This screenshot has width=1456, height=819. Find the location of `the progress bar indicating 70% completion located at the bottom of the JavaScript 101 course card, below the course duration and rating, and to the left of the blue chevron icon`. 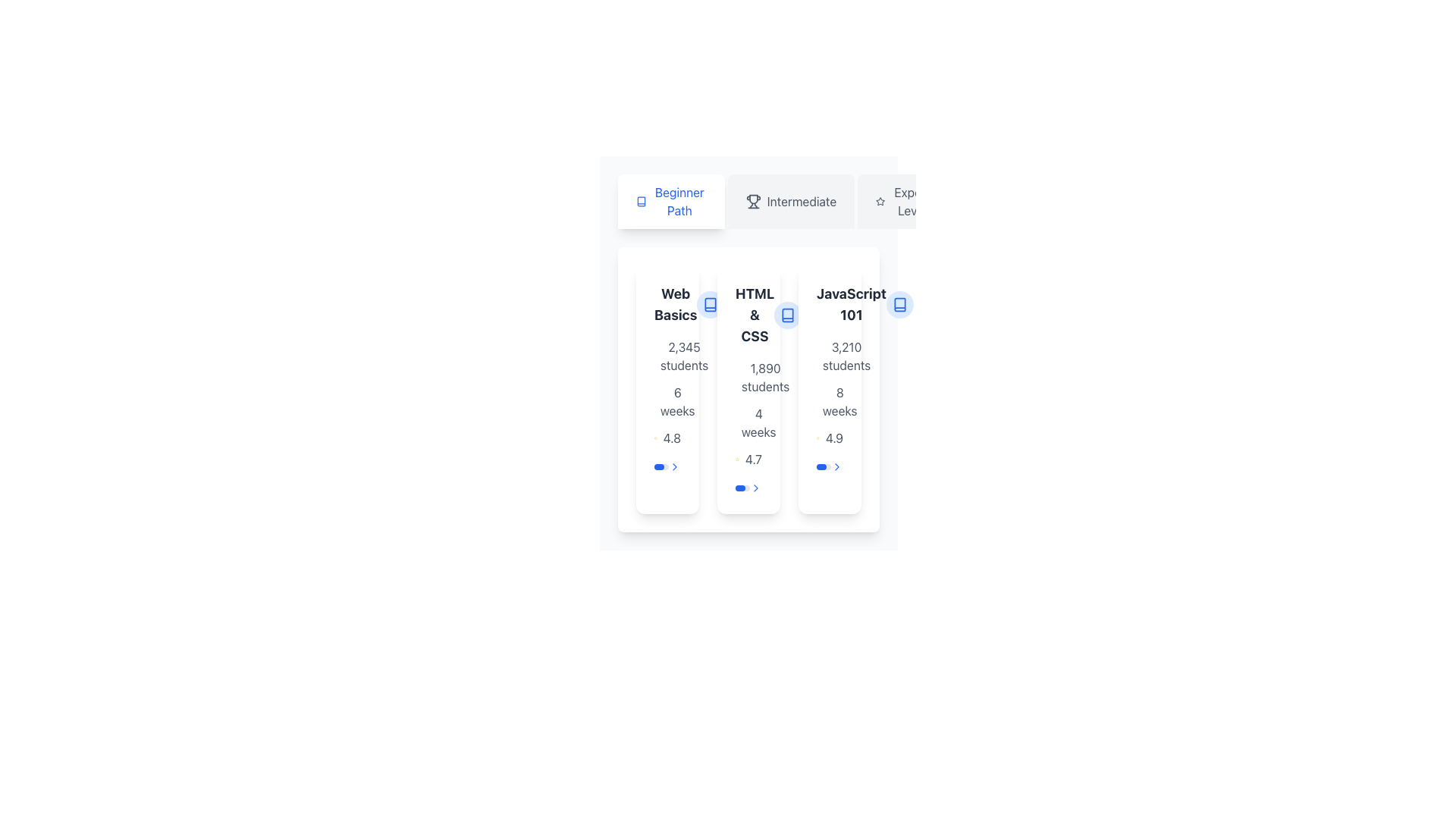

the progress bar indicating 70% completion located at the bottom of the JavaScript 101 course card, below the course duration and rating, and to the left of the blue chevron icon is located at coordinates (823, 466).